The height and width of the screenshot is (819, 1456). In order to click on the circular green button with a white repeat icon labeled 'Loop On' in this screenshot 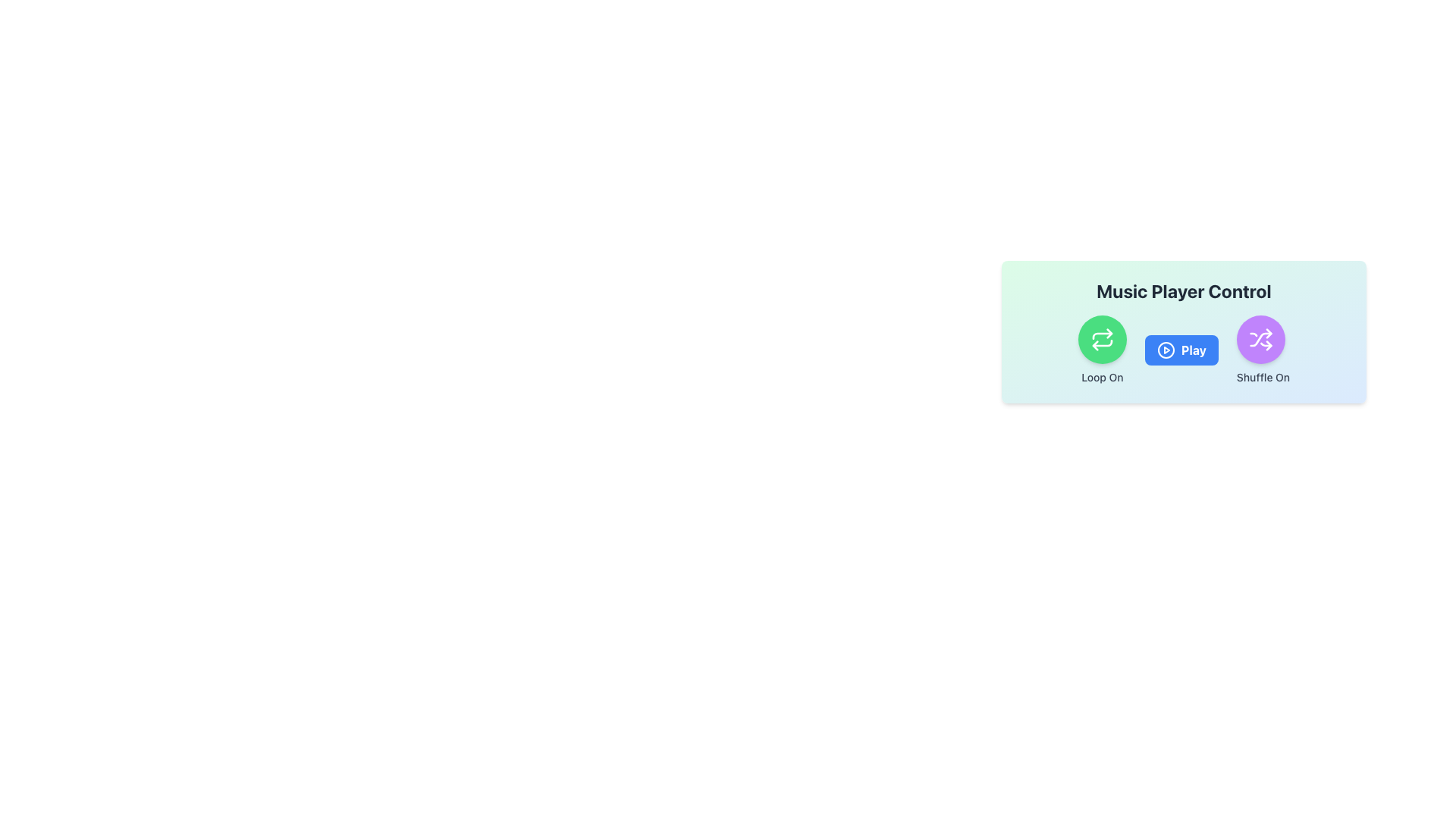, I will do `click(1102, 350)`.